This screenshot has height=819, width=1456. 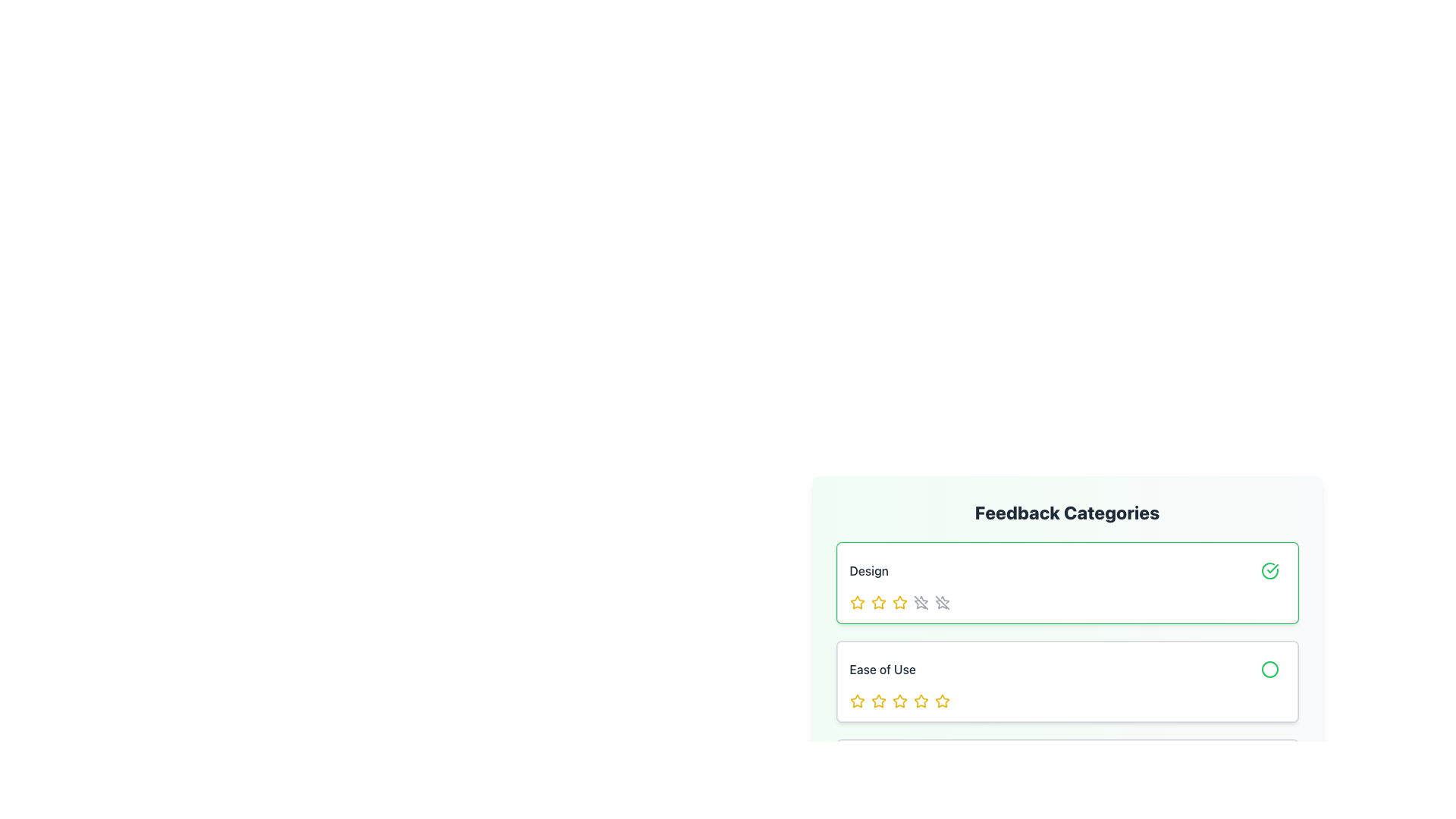 What do you see at coordinates (920, 799) in the screenshot?
I see `the fifth star in the series of five under the 'Ease of Use' feedback category to provide a full rating` at bounding box center [920, 799].